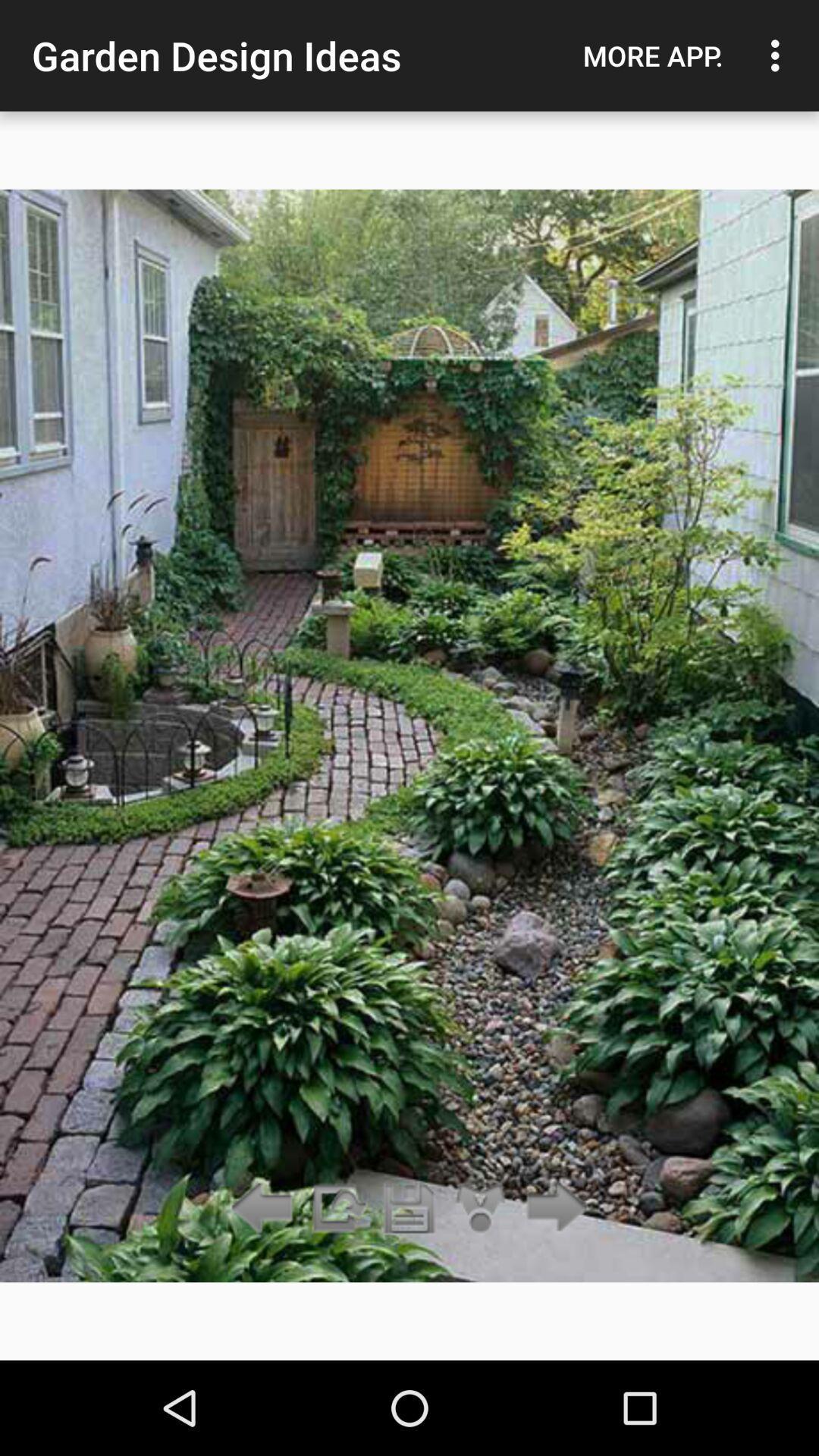 The height and width of the screenshot is (1456, 819). Describe the element at coordinates (553, 1208) in the screenshot. I see `the icon at the bottom right corner` at that location.